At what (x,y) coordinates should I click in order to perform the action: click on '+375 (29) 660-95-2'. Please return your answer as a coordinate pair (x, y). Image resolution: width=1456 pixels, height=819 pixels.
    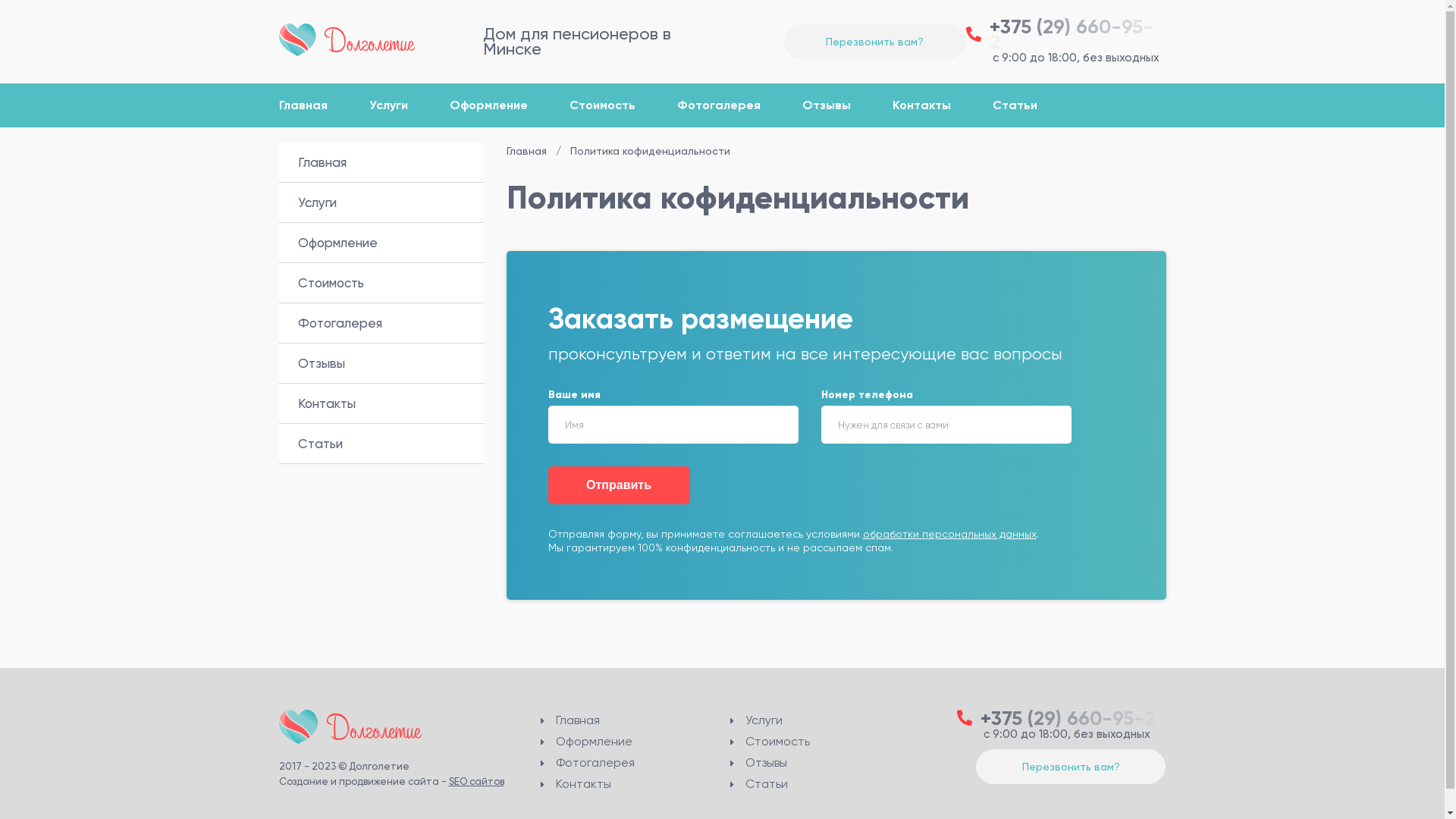
    Looking at the image, I should click on (1061, 717).